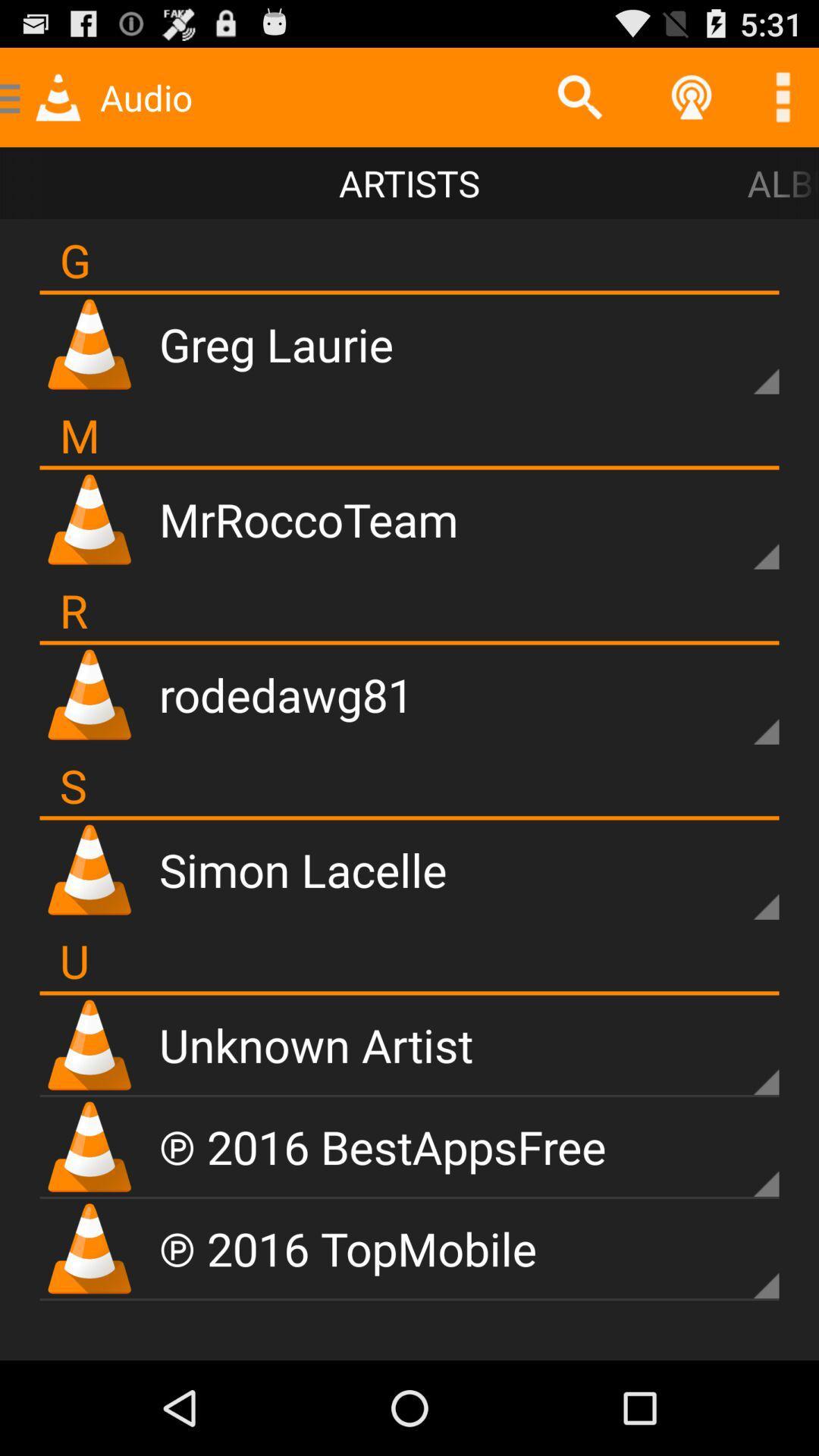 This screenshot has height=1456, width=819. I want to click on expands area selected, so click(739, 1157).